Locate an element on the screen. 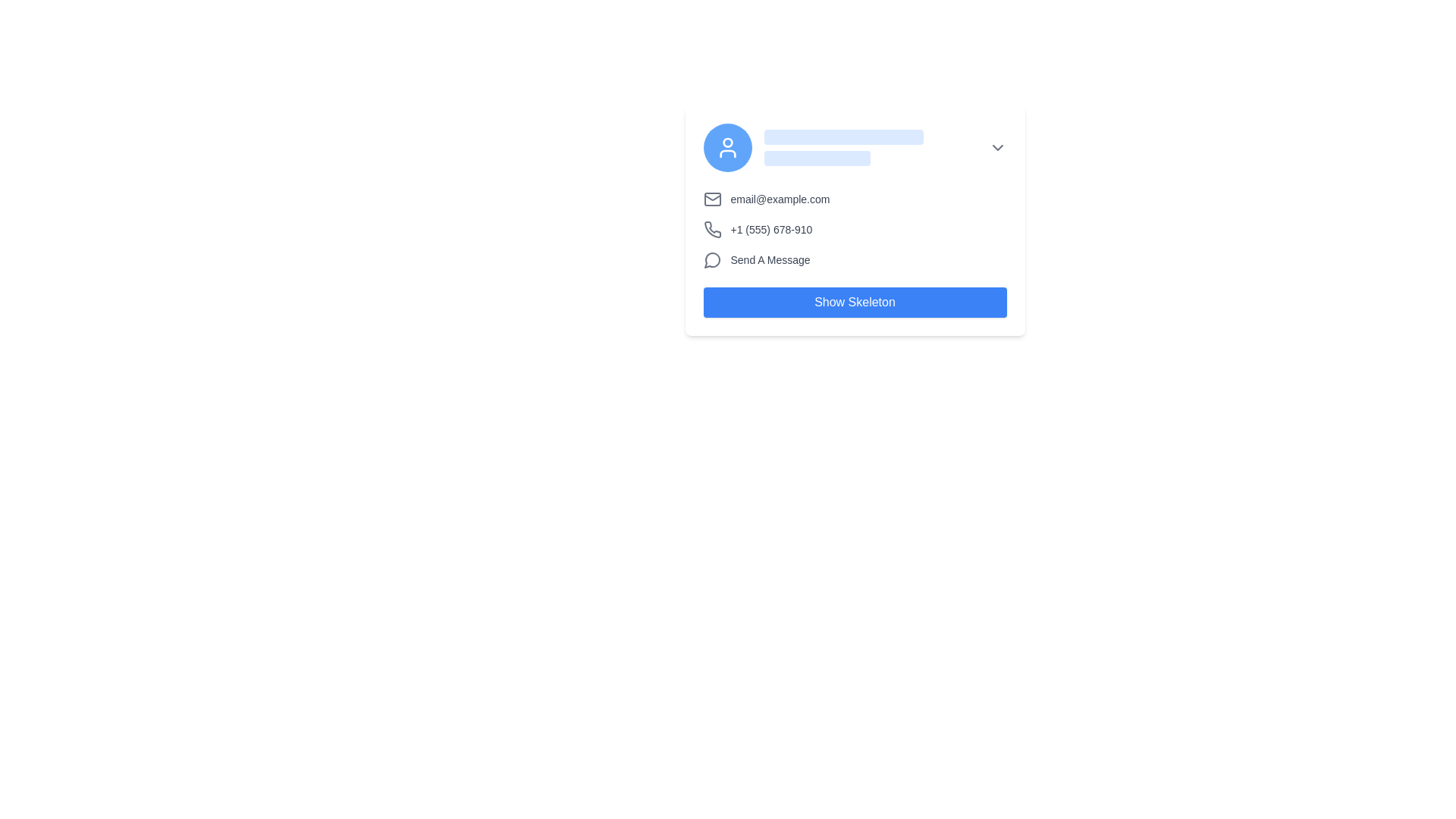 The height and width of the screenshot is (819, 1456). the gray outlined chat bubble icon located to the left of the 'Send A Message' text, which is part of a horizontally aligned grouping in the lower-middle section of the card is located at coordinates (711, 259).